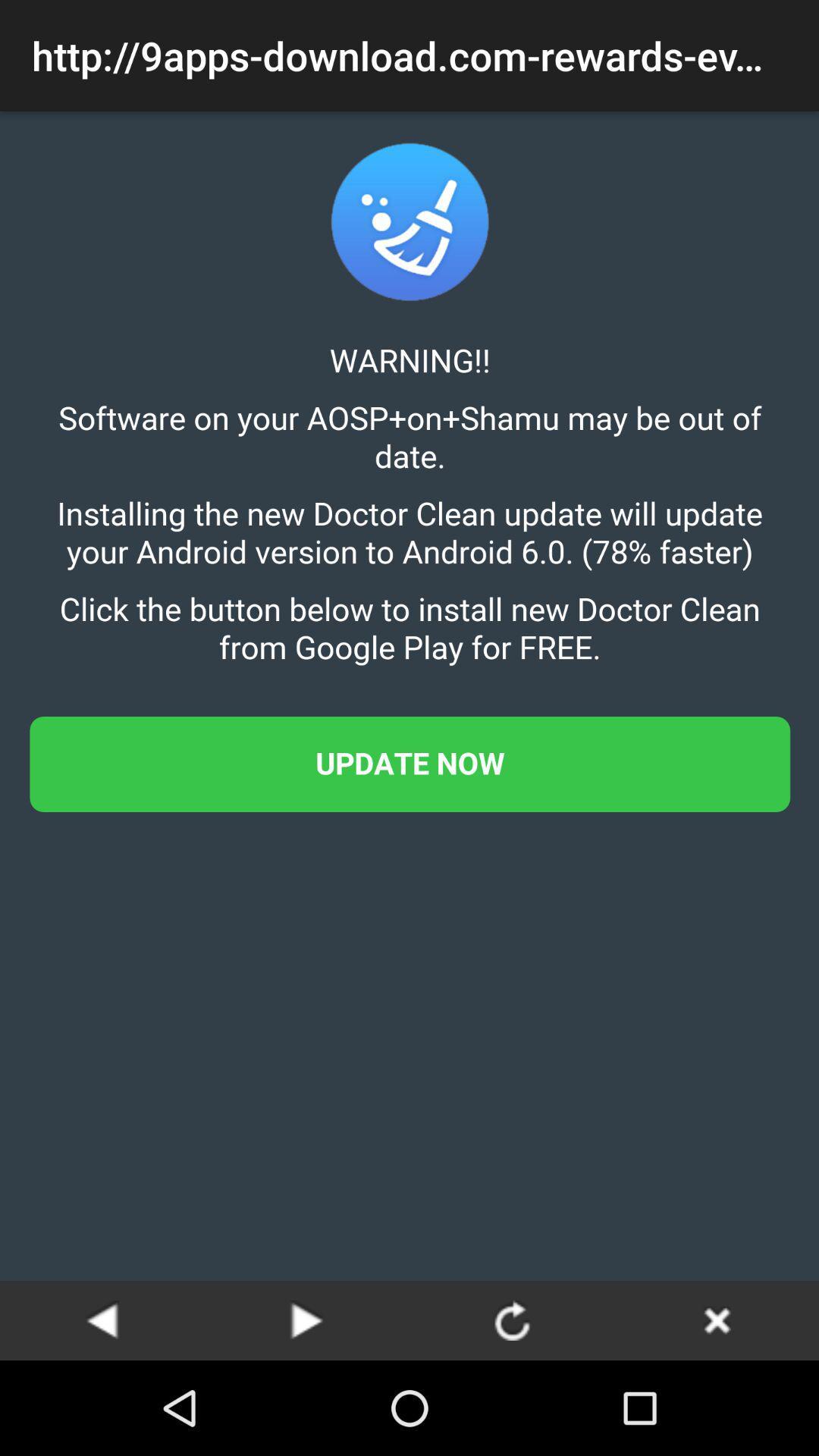  What do you see at coordinates (717, 1319) in the screenshot?
I see `page` at bounding box center [717, 1319].